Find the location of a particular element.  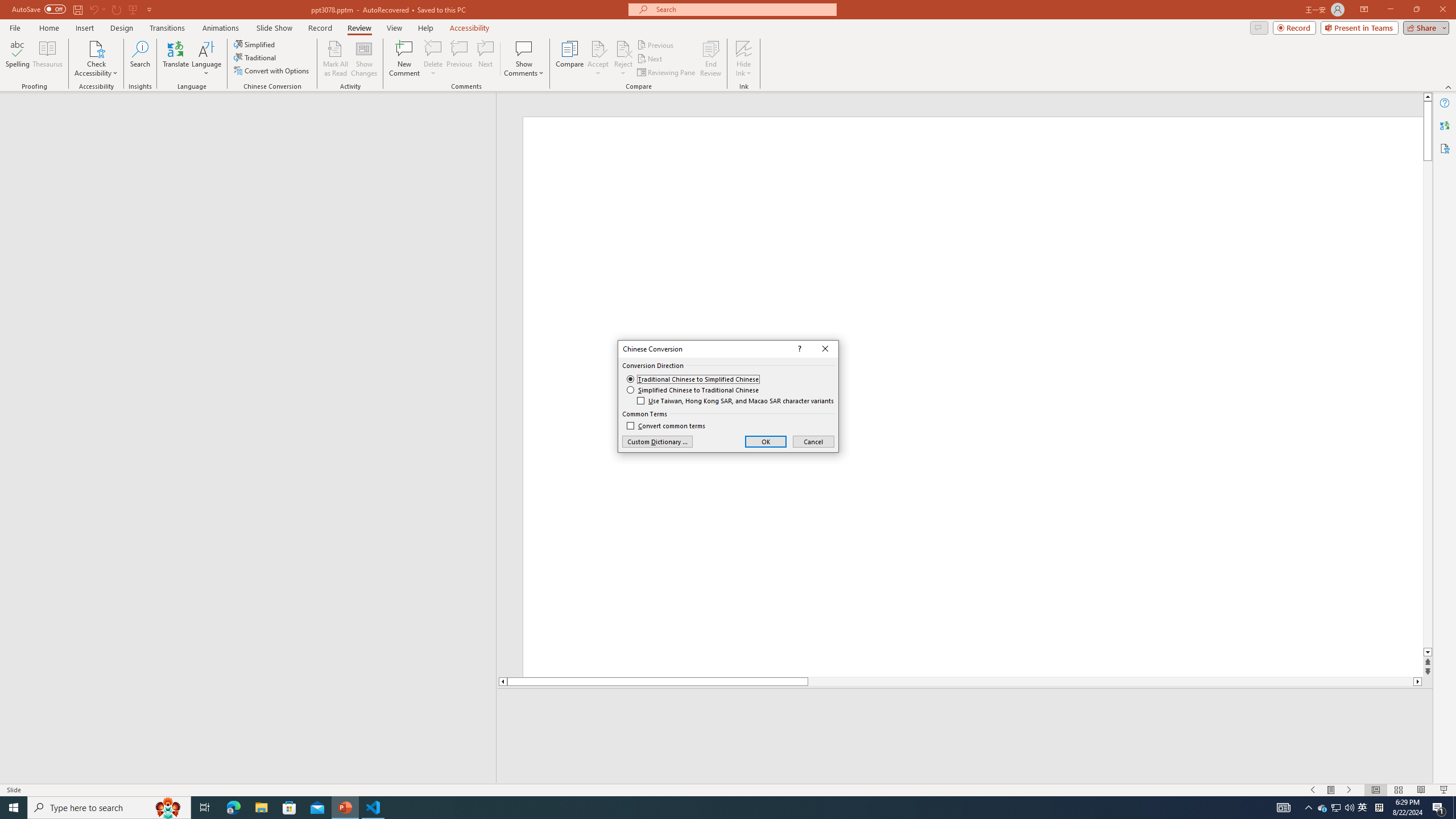

'End Review' is located at coordinates (710, 59).